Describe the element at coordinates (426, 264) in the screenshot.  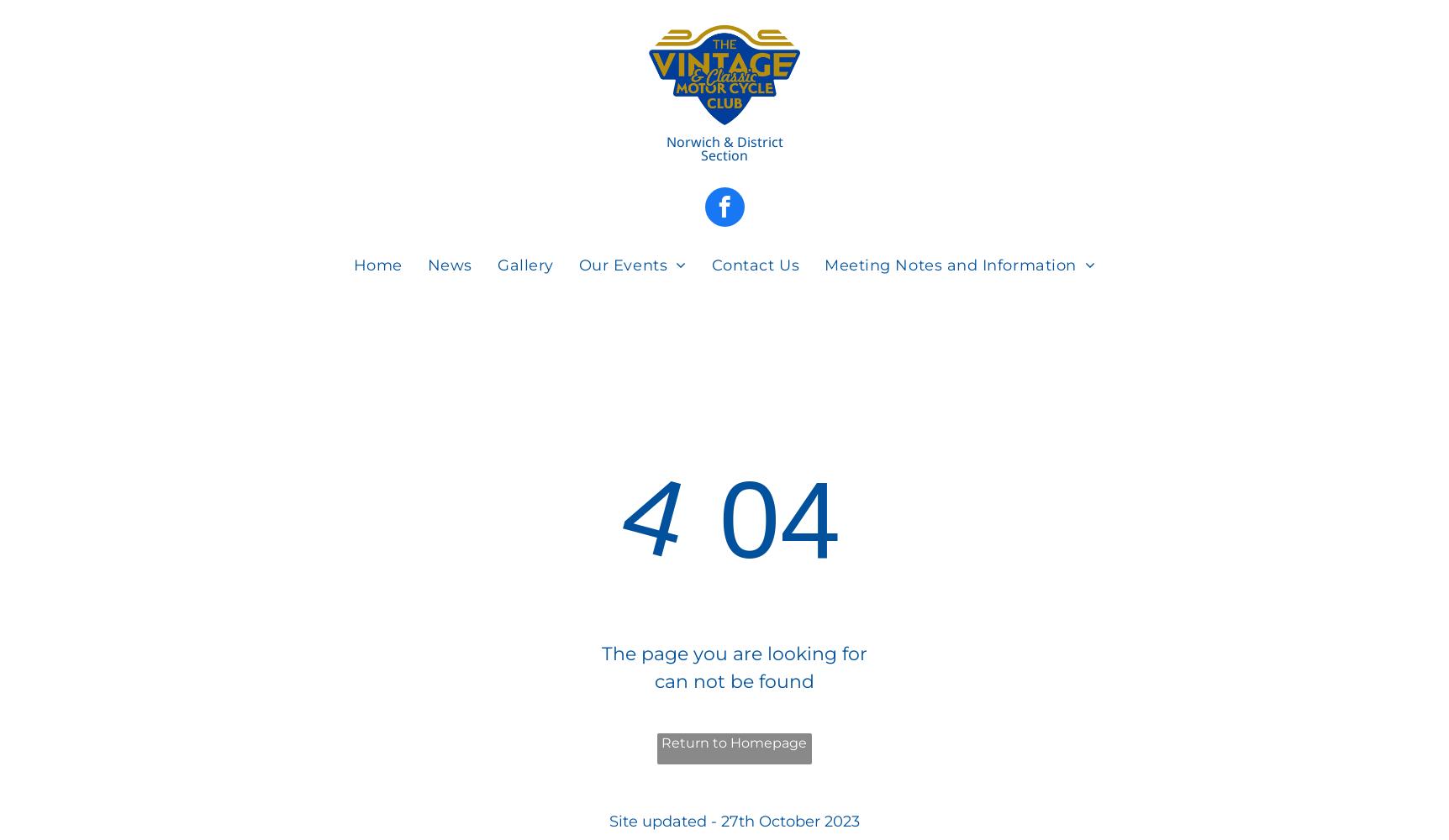
I see `'News'` at that location.